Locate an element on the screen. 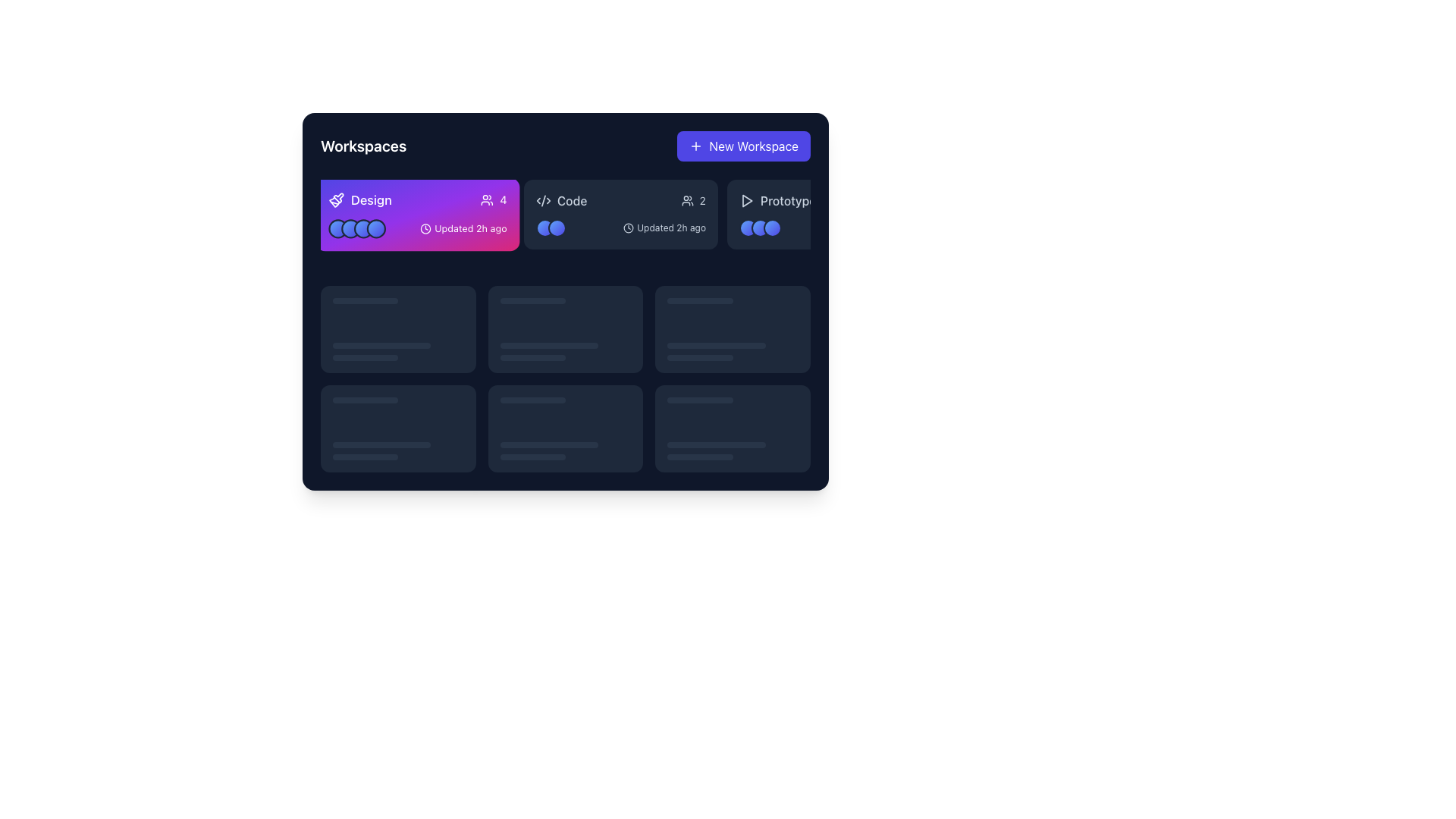 Image resolution: width=1456 pixels, height=819 pixels. the second visual placeholder bar, which is a narrow rectangular horizontal bar with rounded ends, styled in dark slate-gray, located in the middle-right section of the main interface is located at coordinates (699, 358).